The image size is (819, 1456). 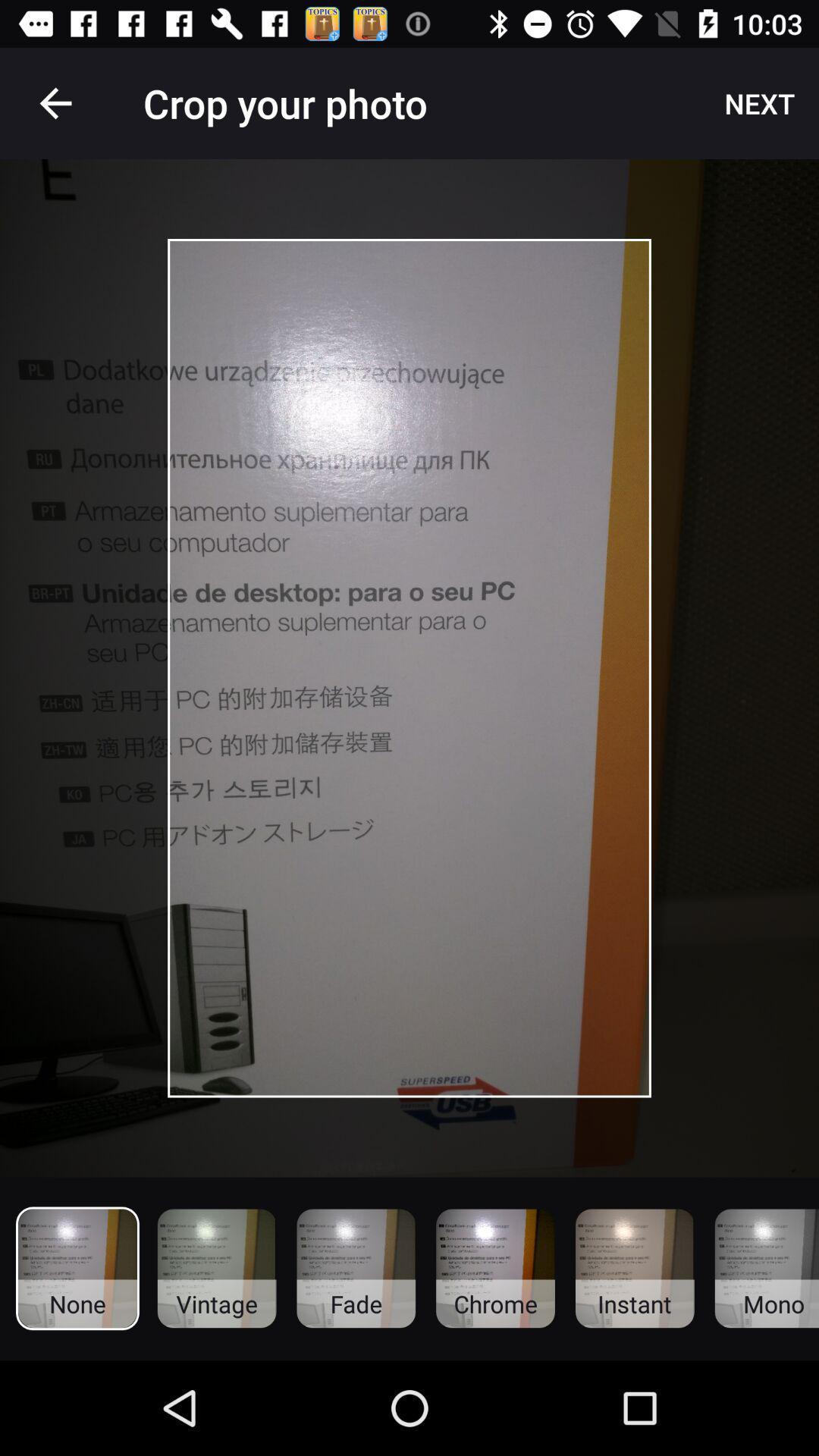 I want to click on the button right to instant, so click(x=767, y=1269).